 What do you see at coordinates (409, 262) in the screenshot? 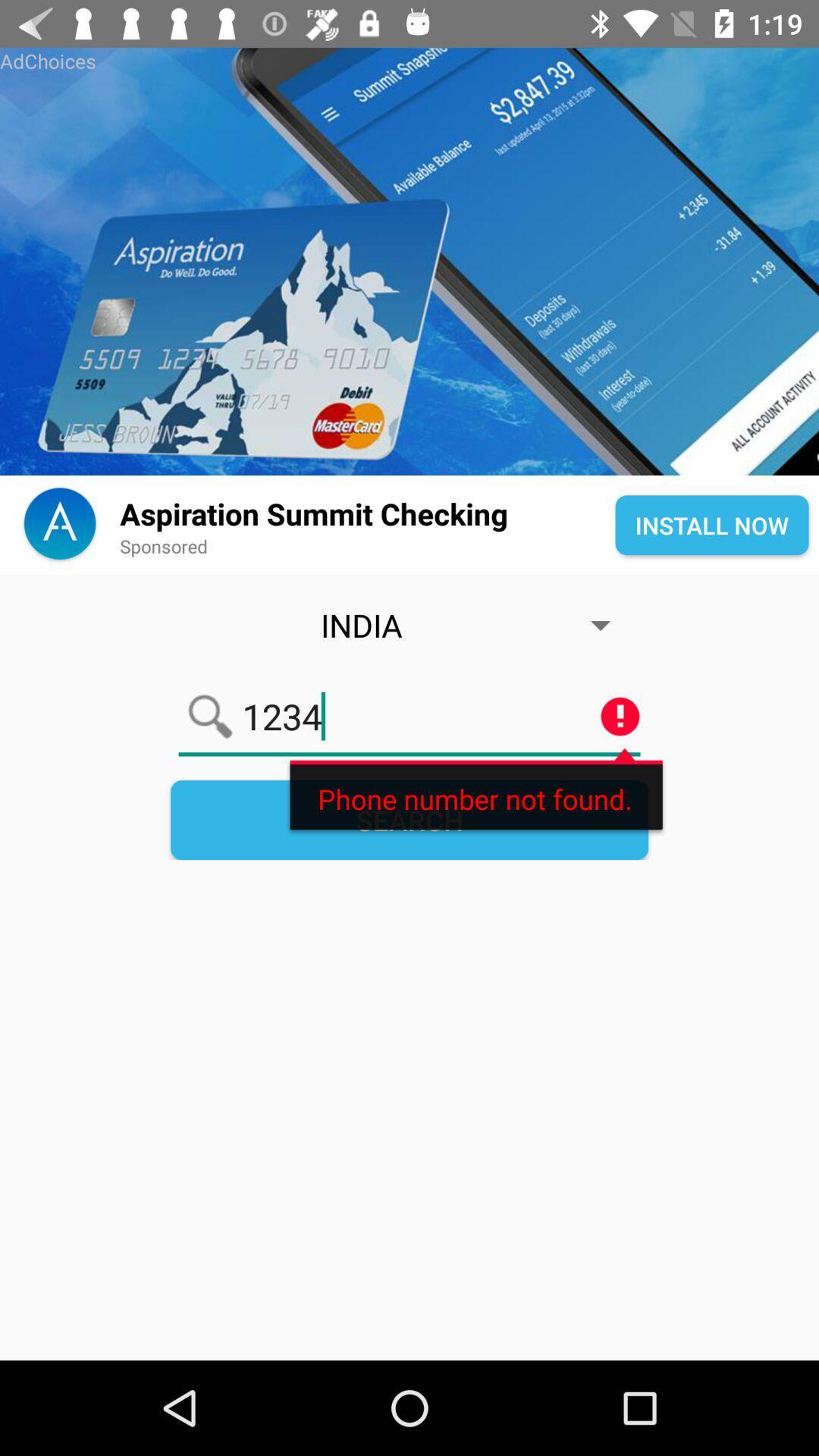
I see `mastercard screen` at bounding box center [409, 262].